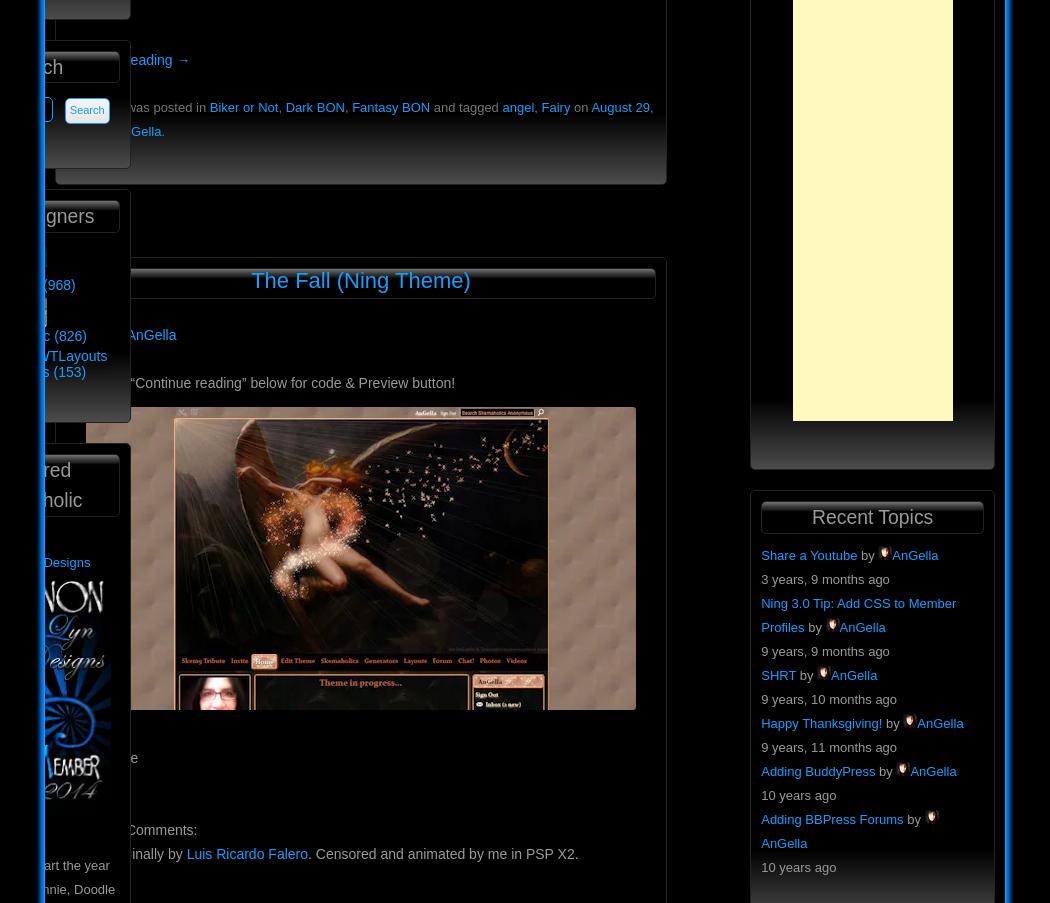  Describe the element at coordinates (808, 553) in the screenshot. I see `'Share a Youtube'` at that location.